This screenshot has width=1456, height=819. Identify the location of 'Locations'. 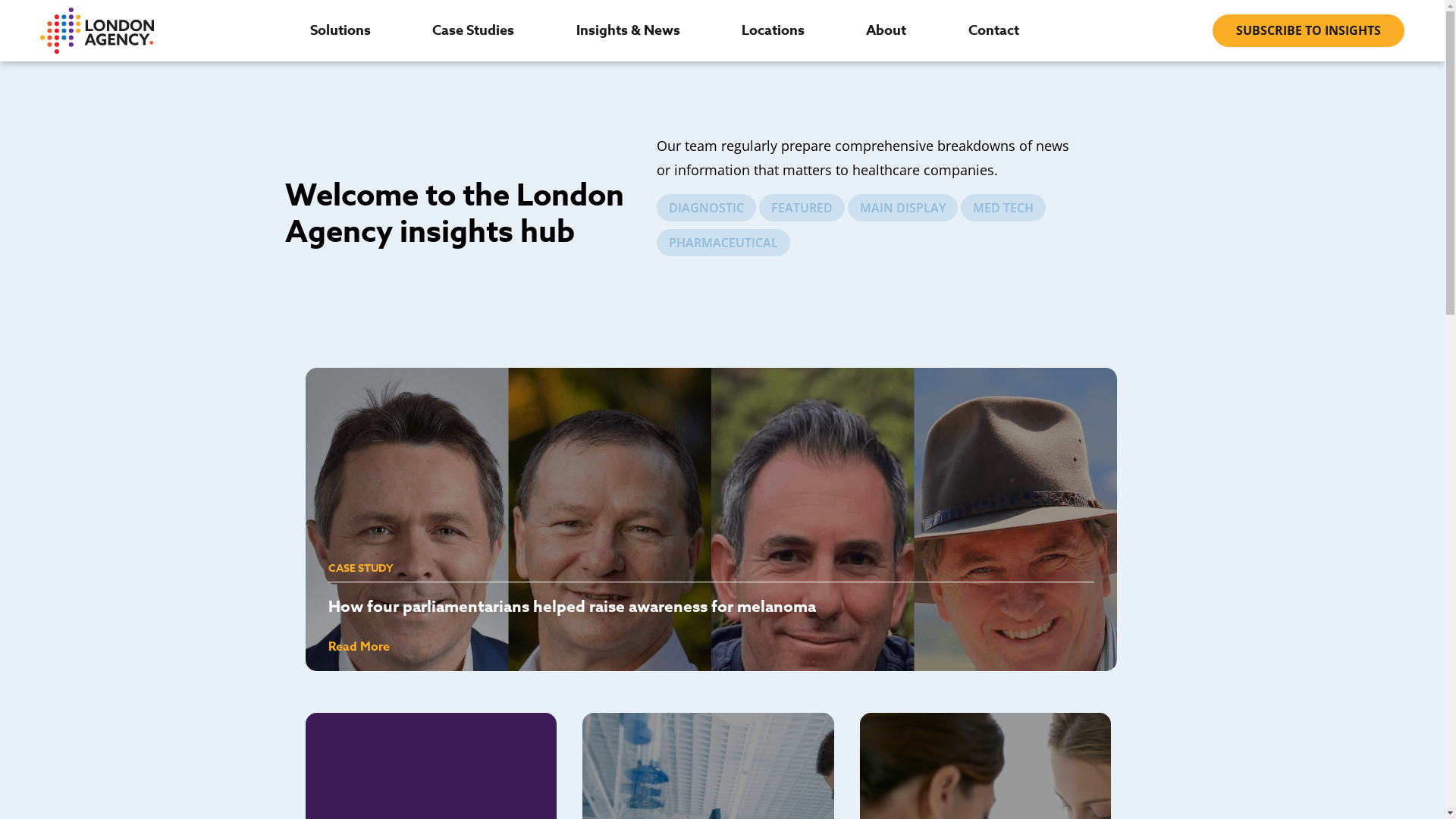
(773, 30).